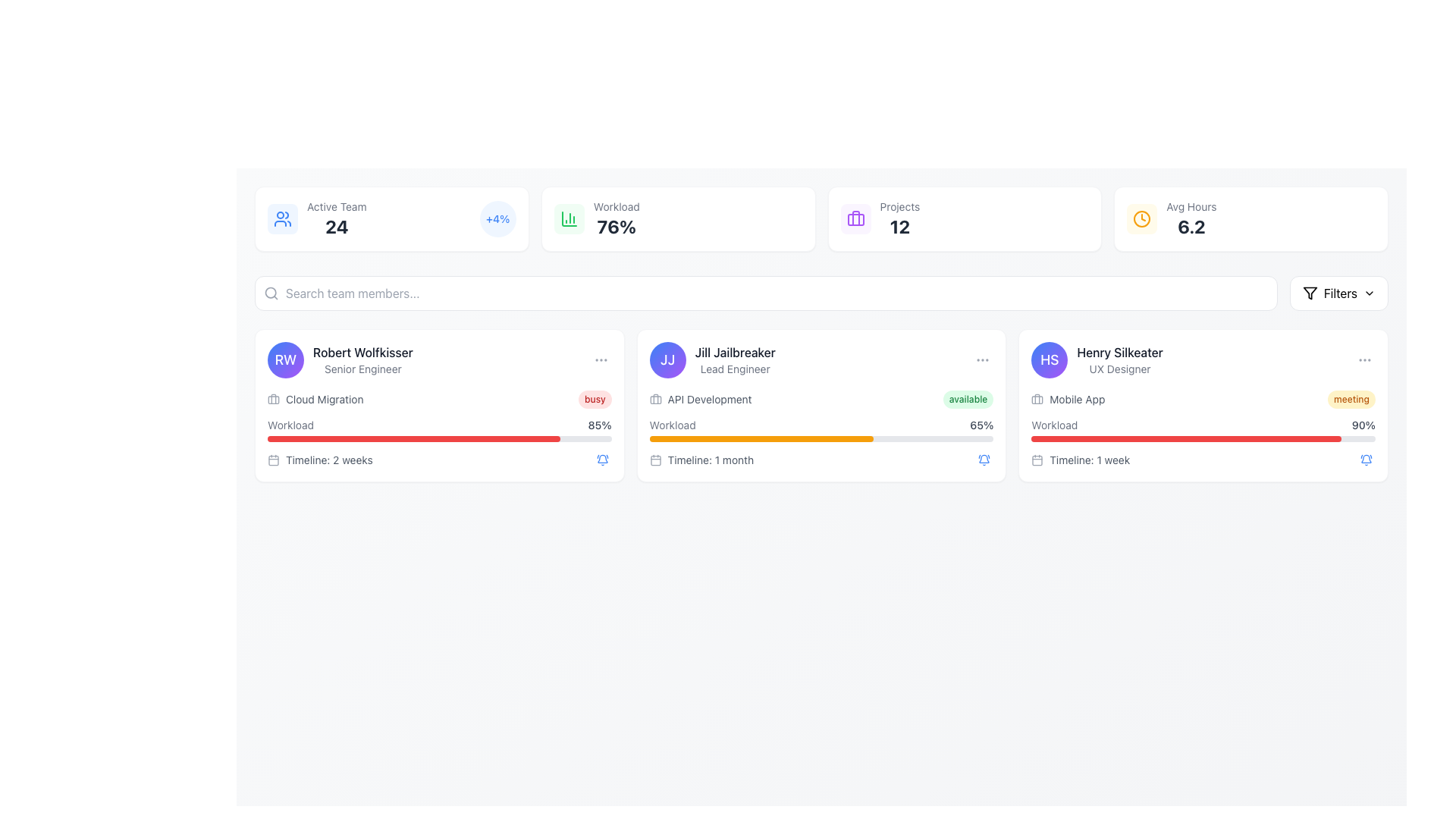  What do you see at coordinates (362, 359) in the screenshot?
I see `the text label displaying the team member's name located to the right of the avatar circle with initials 'RW' in the leftmost card of the team member cards` at bounding box center [362, 359].